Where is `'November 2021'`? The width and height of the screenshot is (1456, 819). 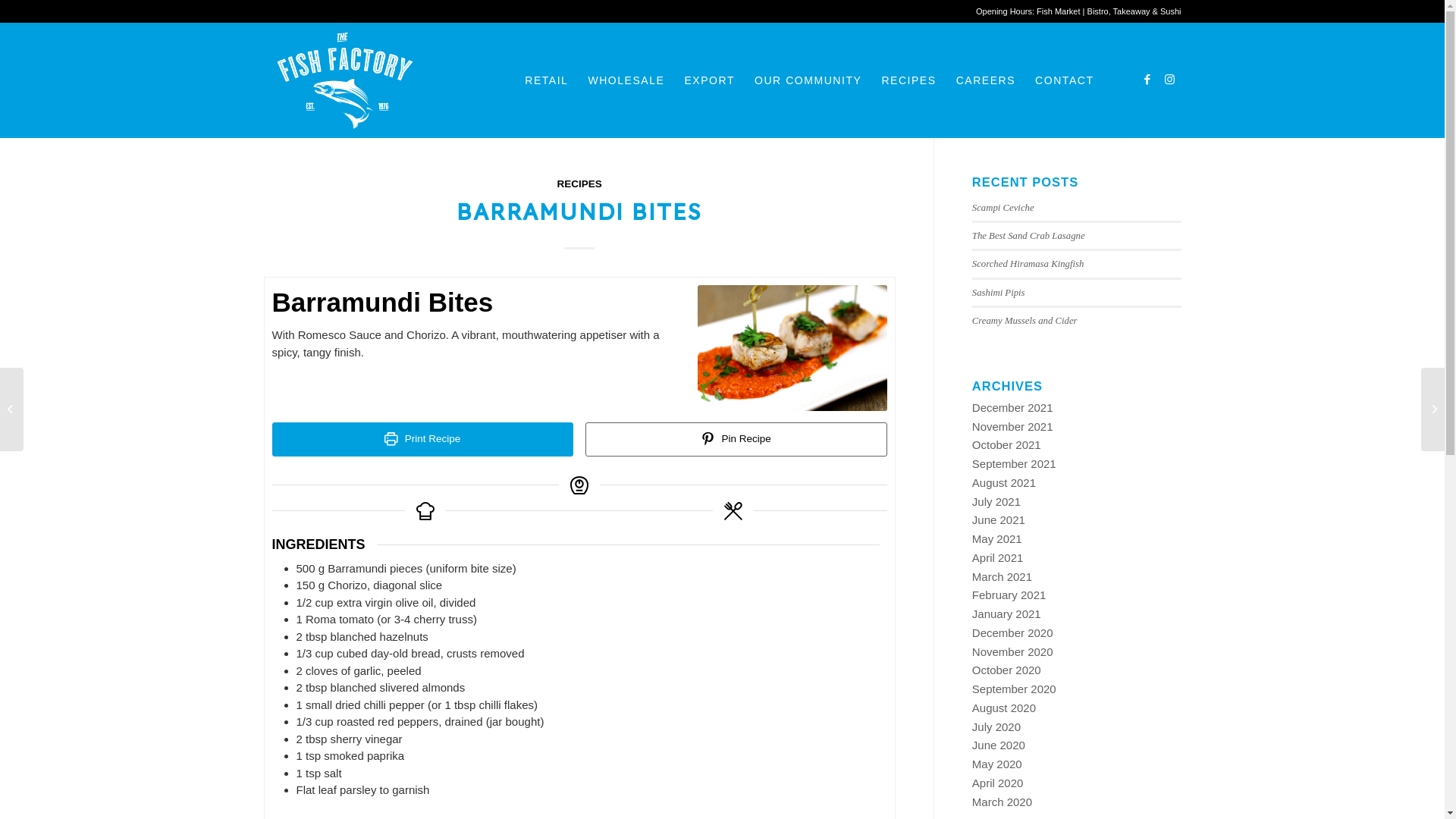 'November 2021' is located at coordinates (1012, 426).